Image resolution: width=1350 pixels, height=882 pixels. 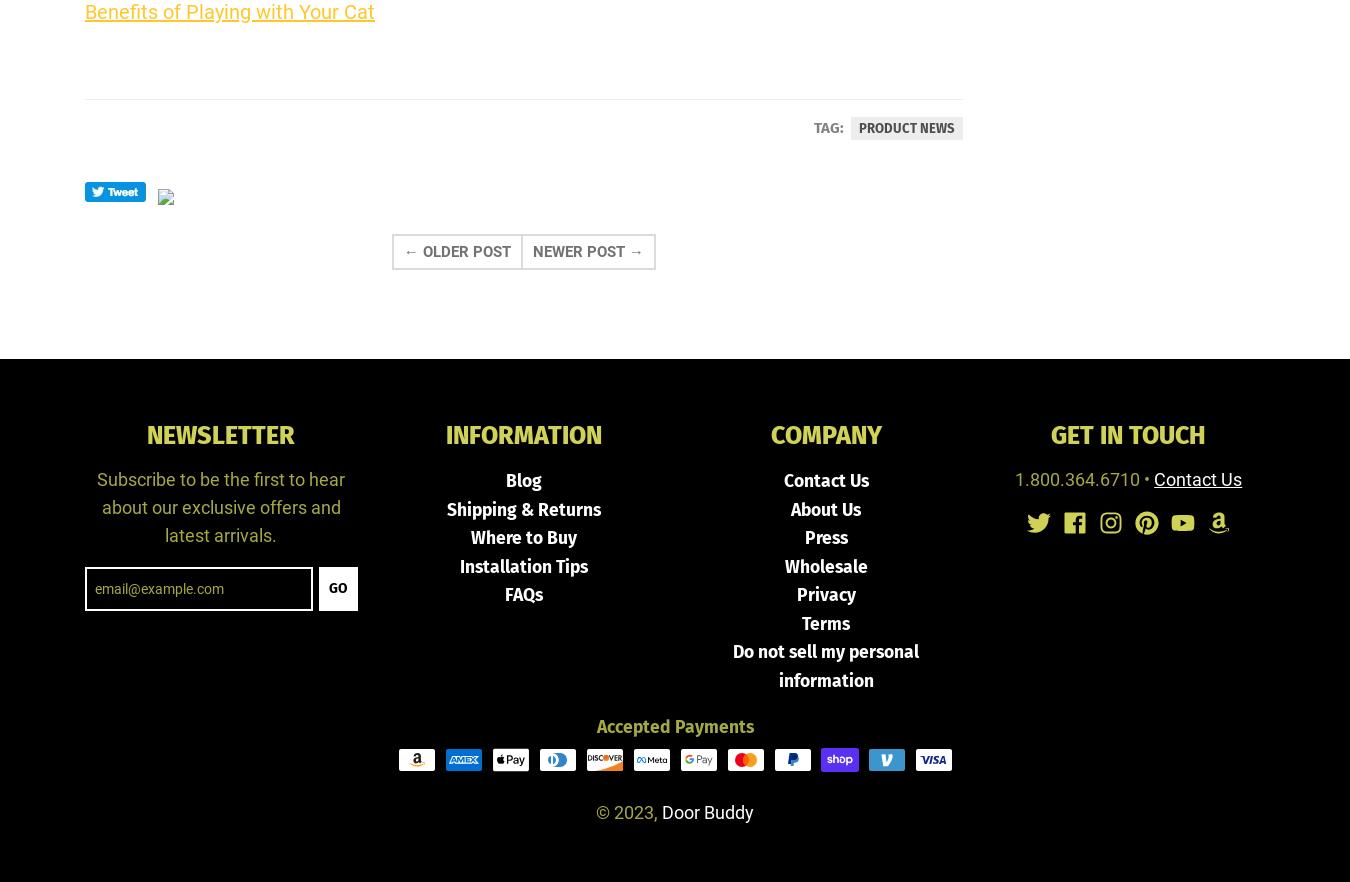 I want to click on 'Blog', so click(x=521, y=480).